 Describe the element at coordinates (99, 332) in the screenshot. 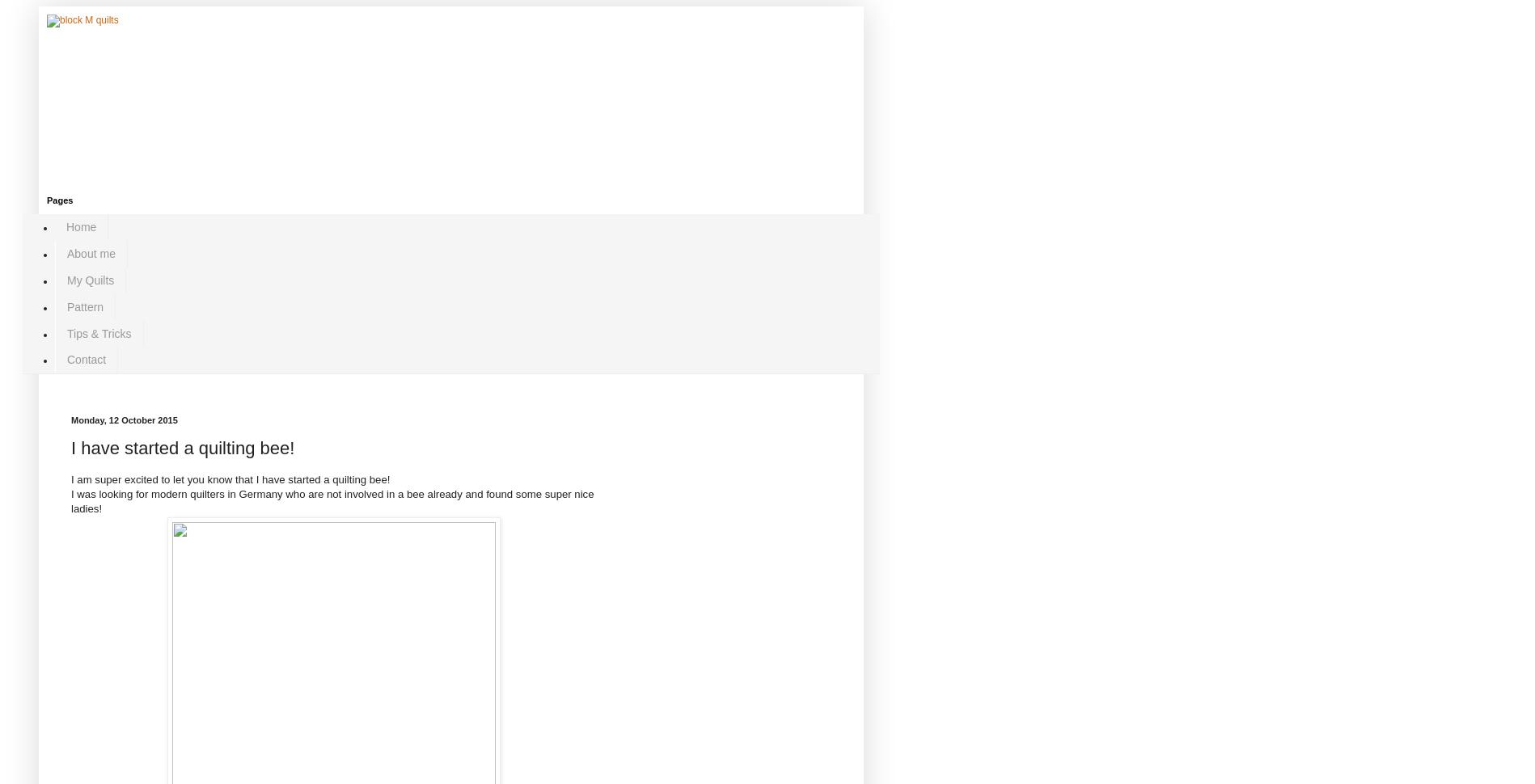

I see `'Tips & Tricks'` at that location.